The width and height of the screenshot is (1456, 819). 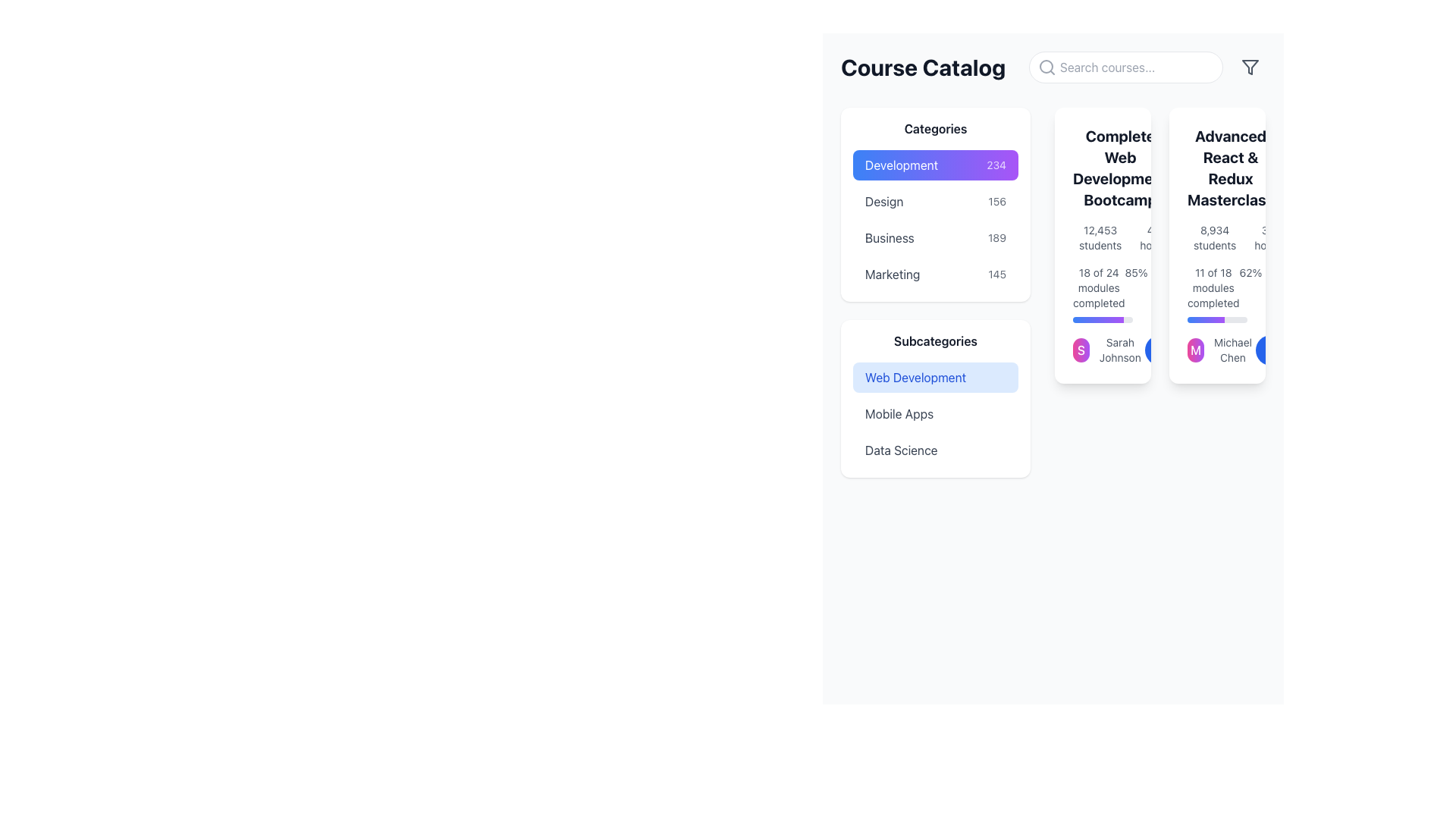 I want to click on the Search input field located in the upper-right part of the application interface, to focus on it for typing keywords or phrases, so click(x=1052, y=66).